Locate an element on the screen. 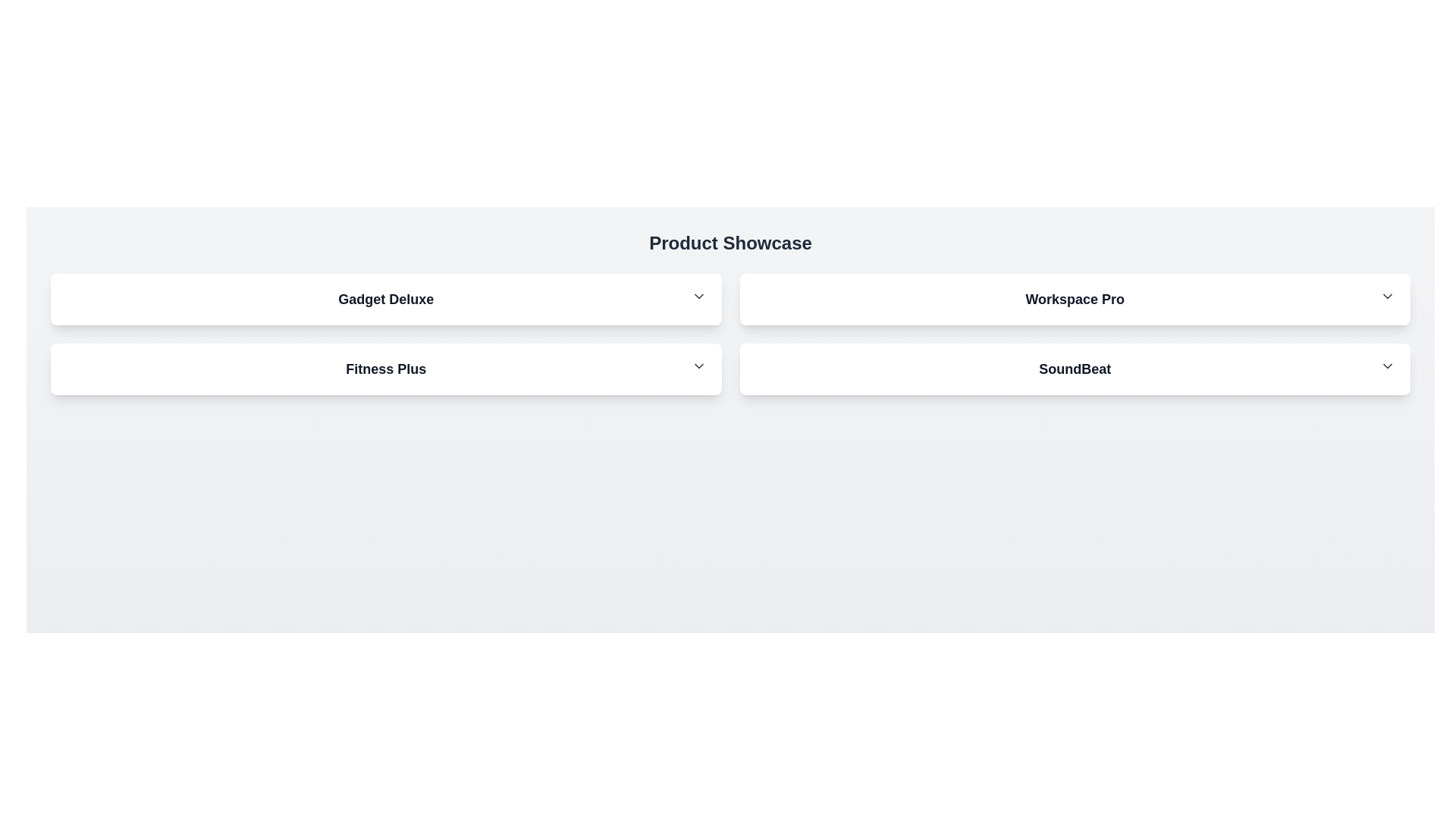 Image resolution: width=1456 pixels, height=819 pixels. the dropdown indicator icon located at the top-right corner of the 'Gadget Deluxe' card is located at coordinates (698, 296).